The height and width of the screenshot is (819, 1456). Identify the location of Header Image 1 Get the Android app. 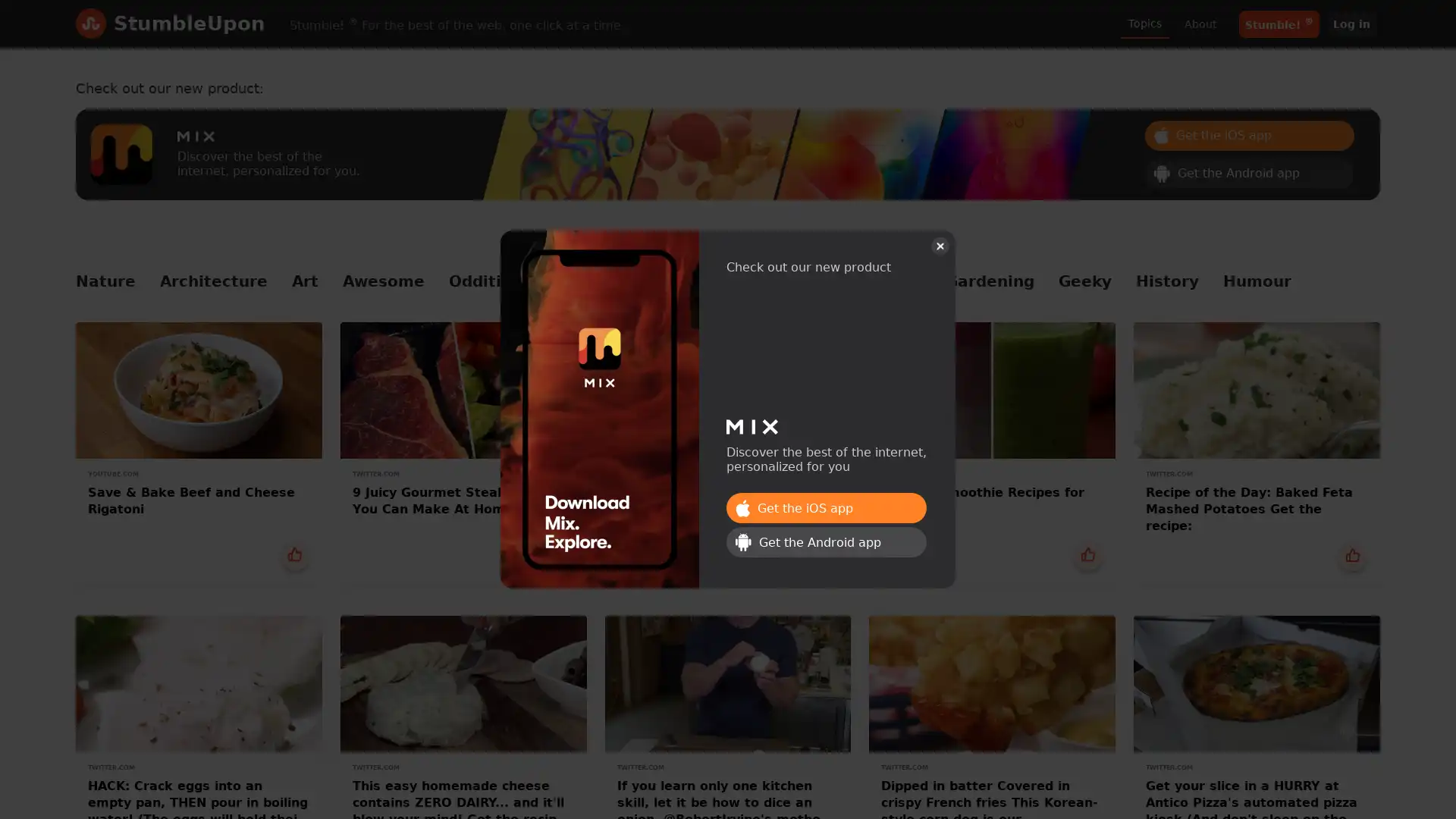
(825, 541).